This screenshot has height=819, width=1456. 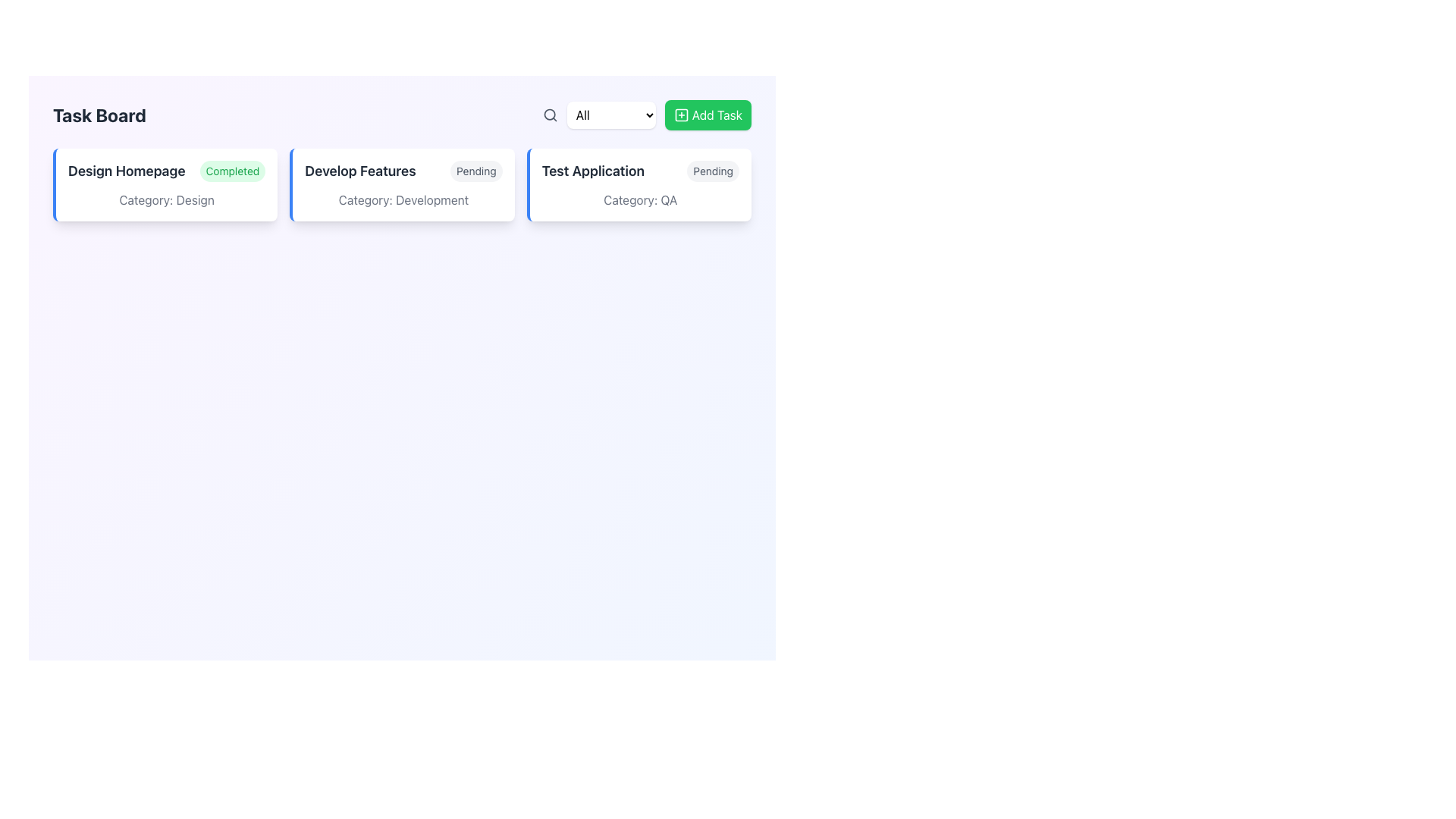 I want to click on the text label of the button located in the top-right corner of the interface, which triggers the task creation functionality, so click(x=716, y=114).